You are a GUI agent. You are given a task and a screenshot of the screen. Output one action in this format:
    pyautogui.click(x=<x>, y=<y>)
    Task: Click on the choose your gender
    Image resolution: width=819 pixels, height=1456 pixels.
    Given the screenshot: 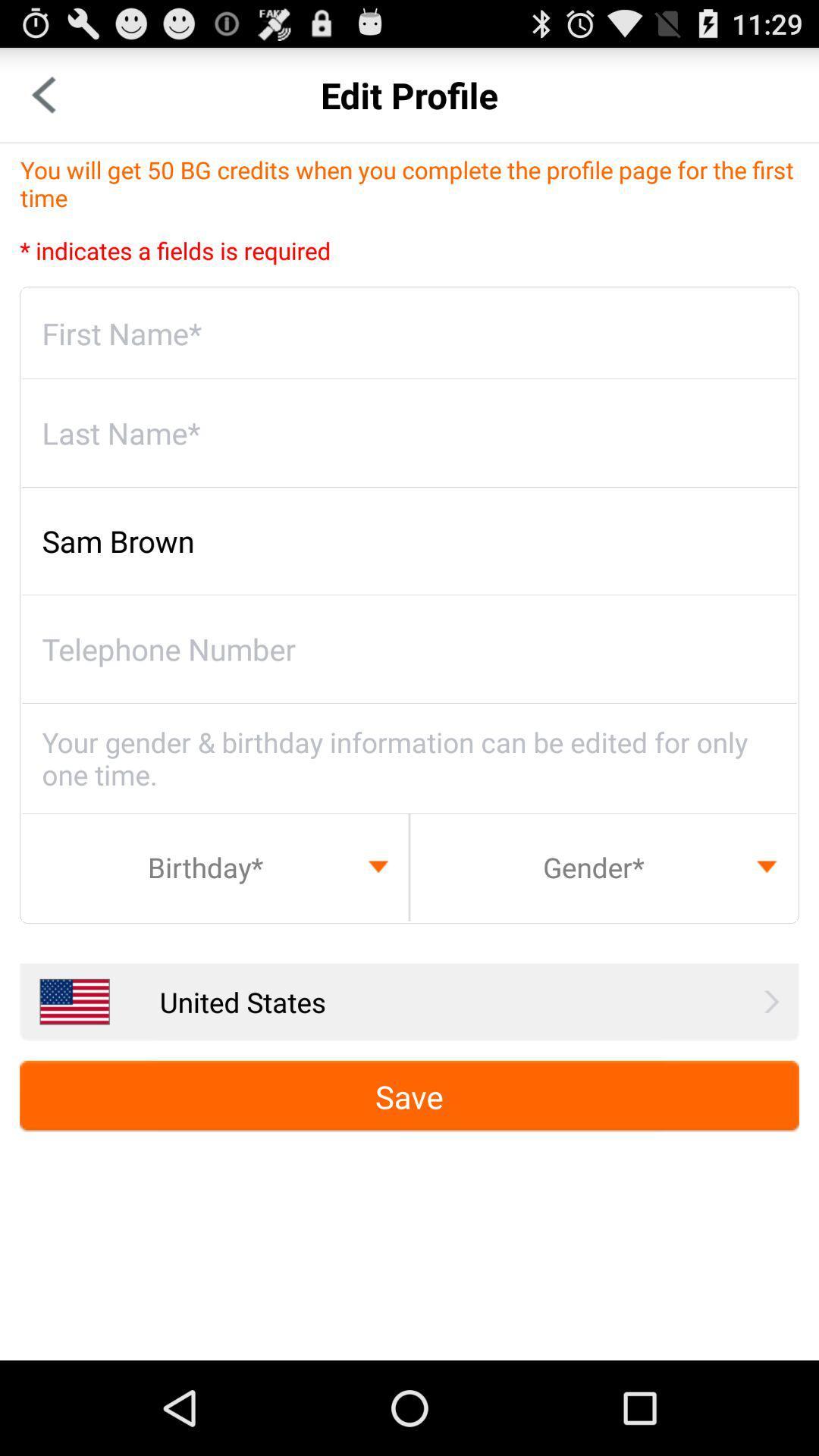 What is the action you would take?
    pyautogui.click(x=603, y=867)
    